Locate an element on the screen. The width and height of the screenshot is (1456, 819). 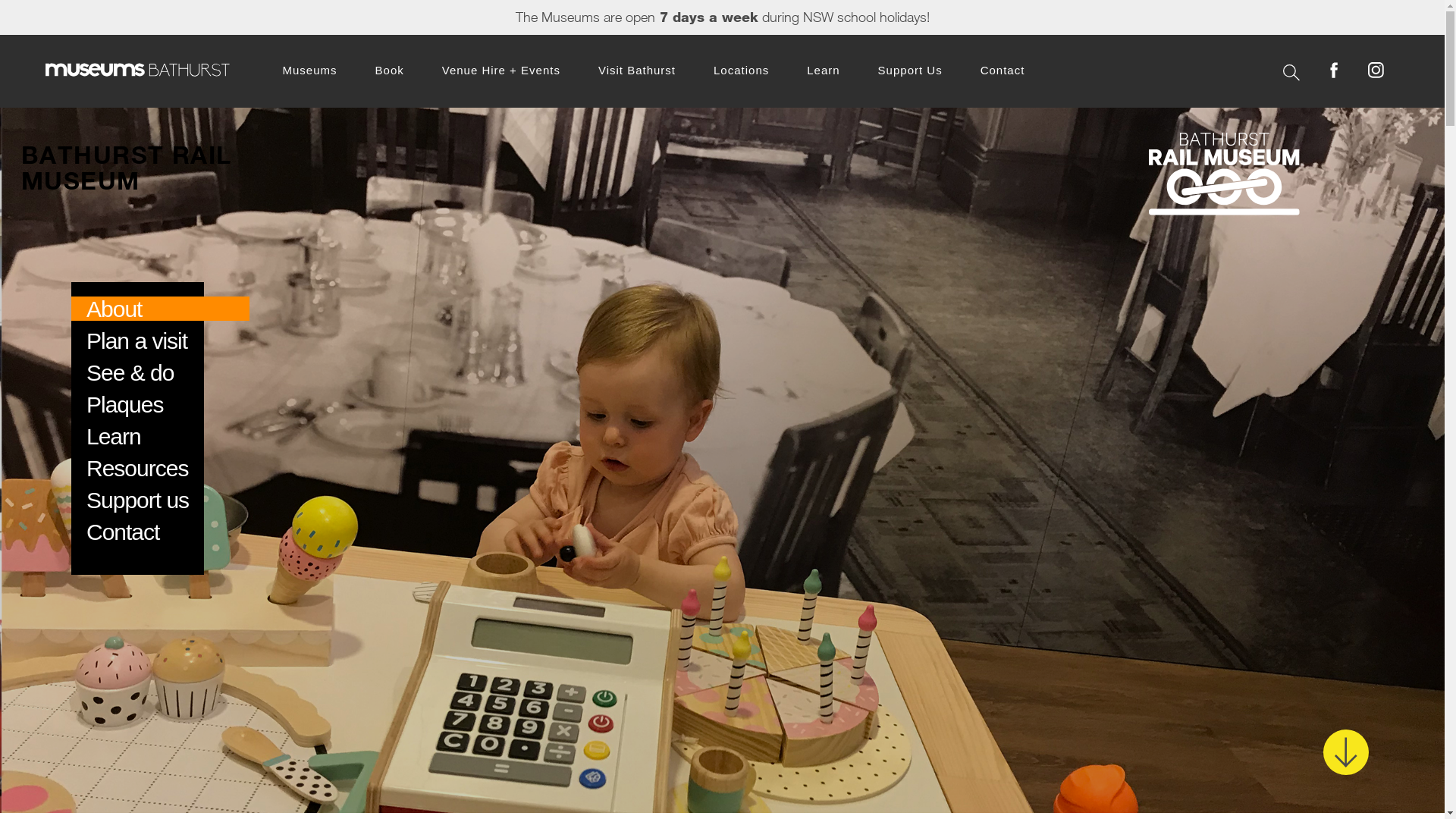
'Learn' is located at coordinates (822, 70).